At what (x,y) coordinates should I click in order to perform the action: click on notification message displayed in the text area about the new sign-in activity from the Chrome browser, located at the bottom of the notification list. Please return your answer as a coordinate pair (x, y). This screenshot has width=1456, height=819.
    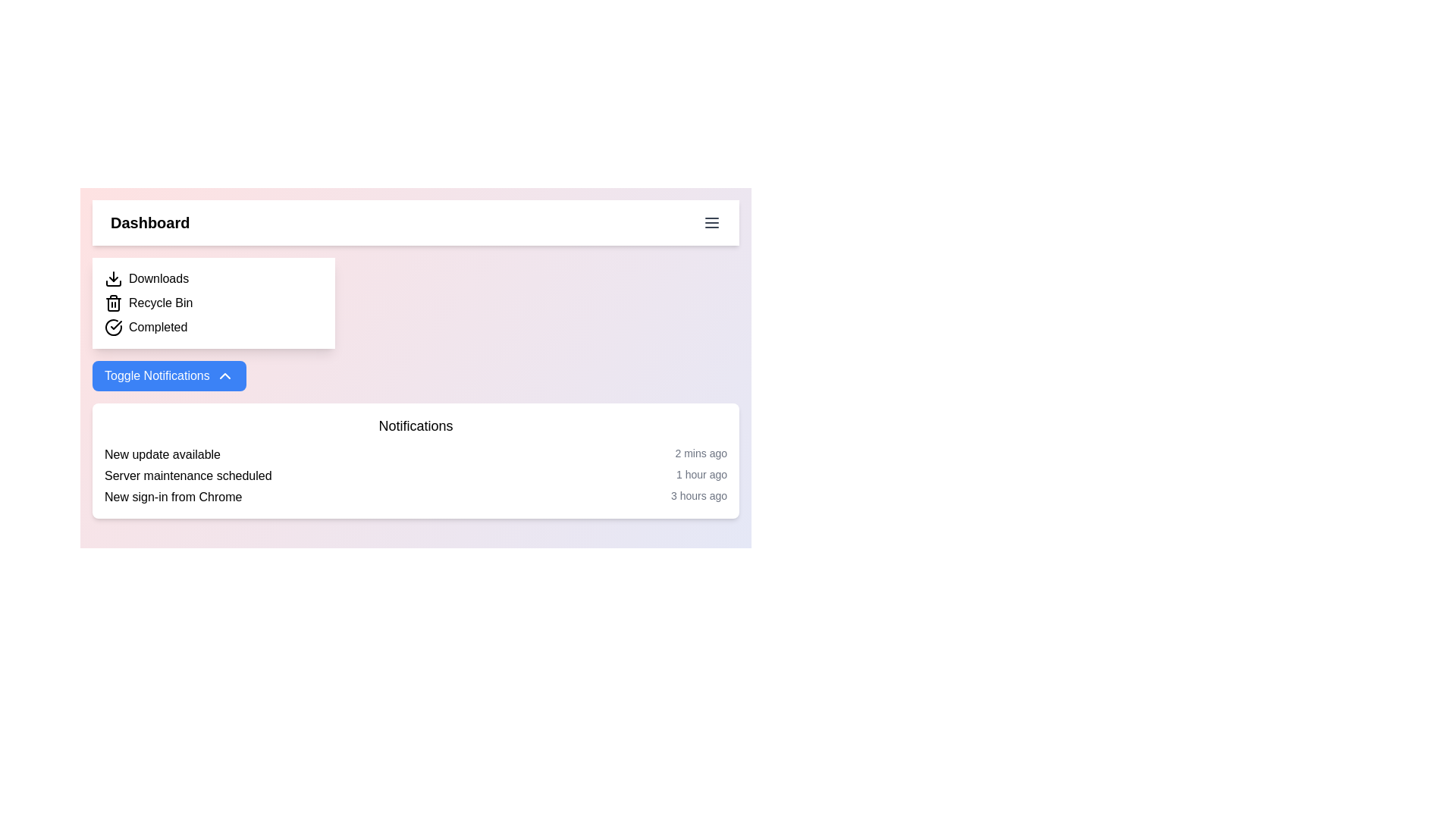
    Looking at the image, I should click on (173, 497).